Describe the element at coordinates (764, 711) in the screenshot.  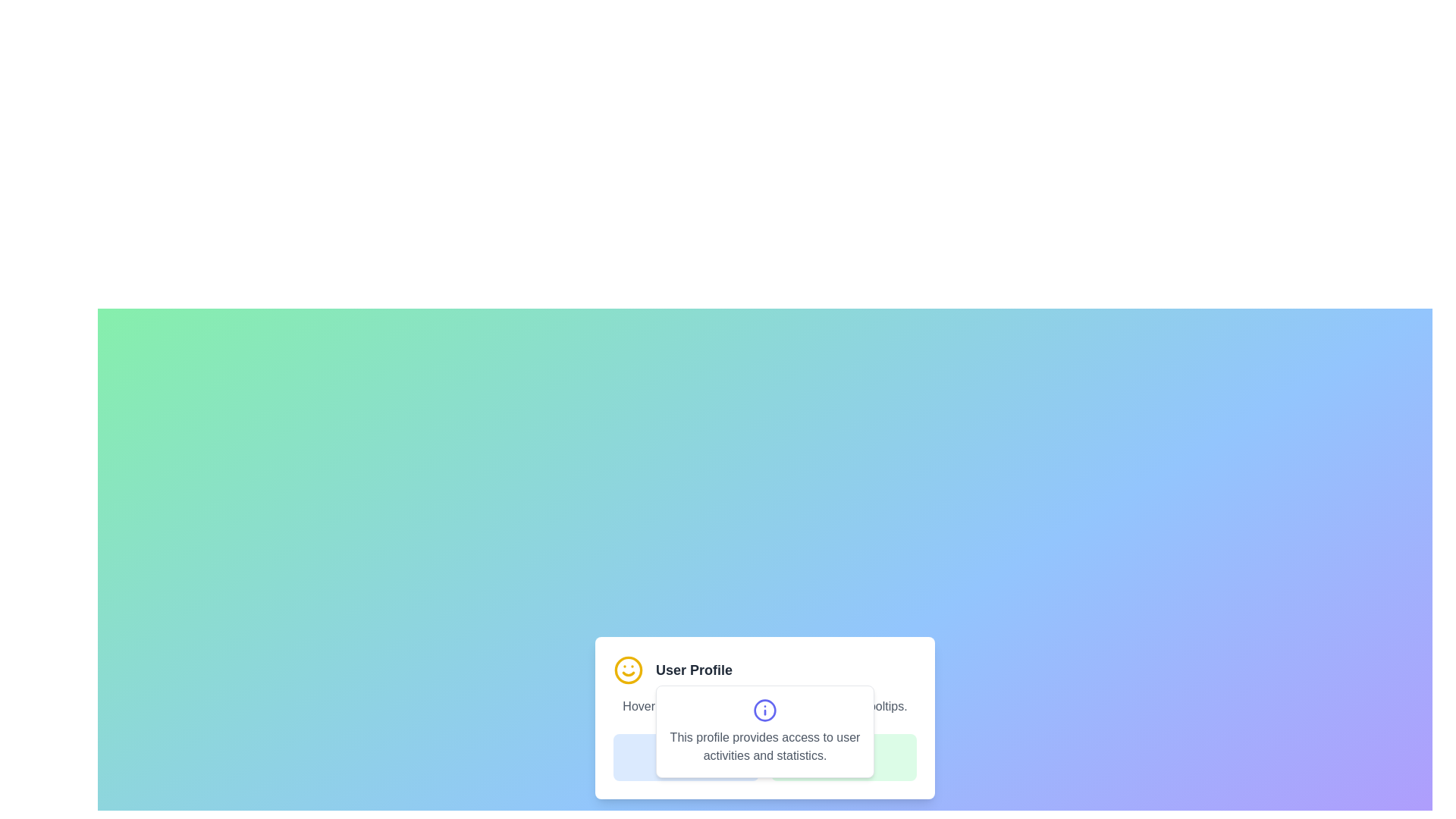
I see `the information icon located above the descriptive text 'This profile provides access to user activities and statistics.' in the pop-up element` at that location.